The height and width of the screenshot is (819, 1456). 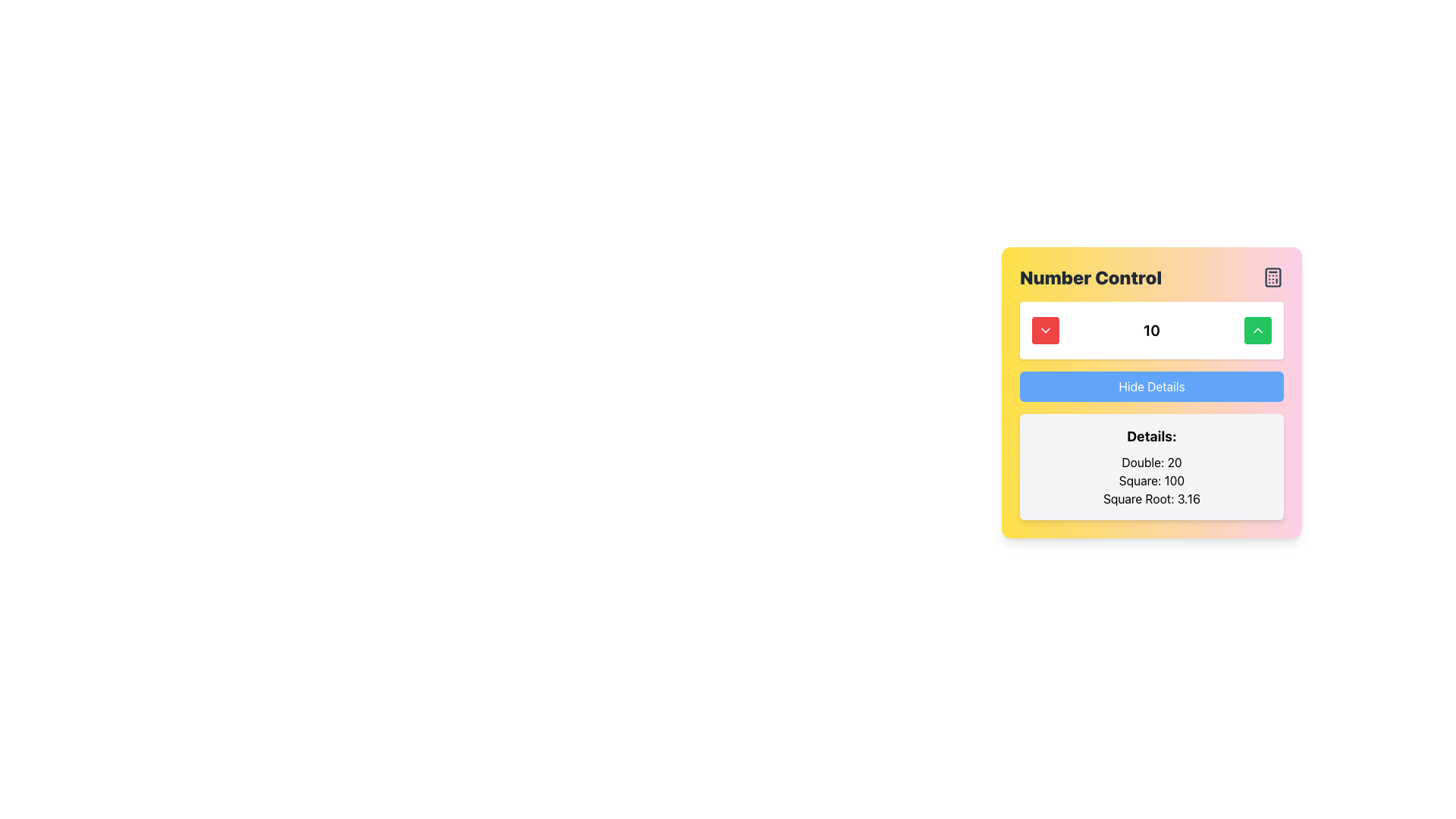 I want to click on the text label displaying 'Square: 100', which is the second entry under the 'Details:' section, positioned on the right side of the interface, so click(x=1151, y=480).